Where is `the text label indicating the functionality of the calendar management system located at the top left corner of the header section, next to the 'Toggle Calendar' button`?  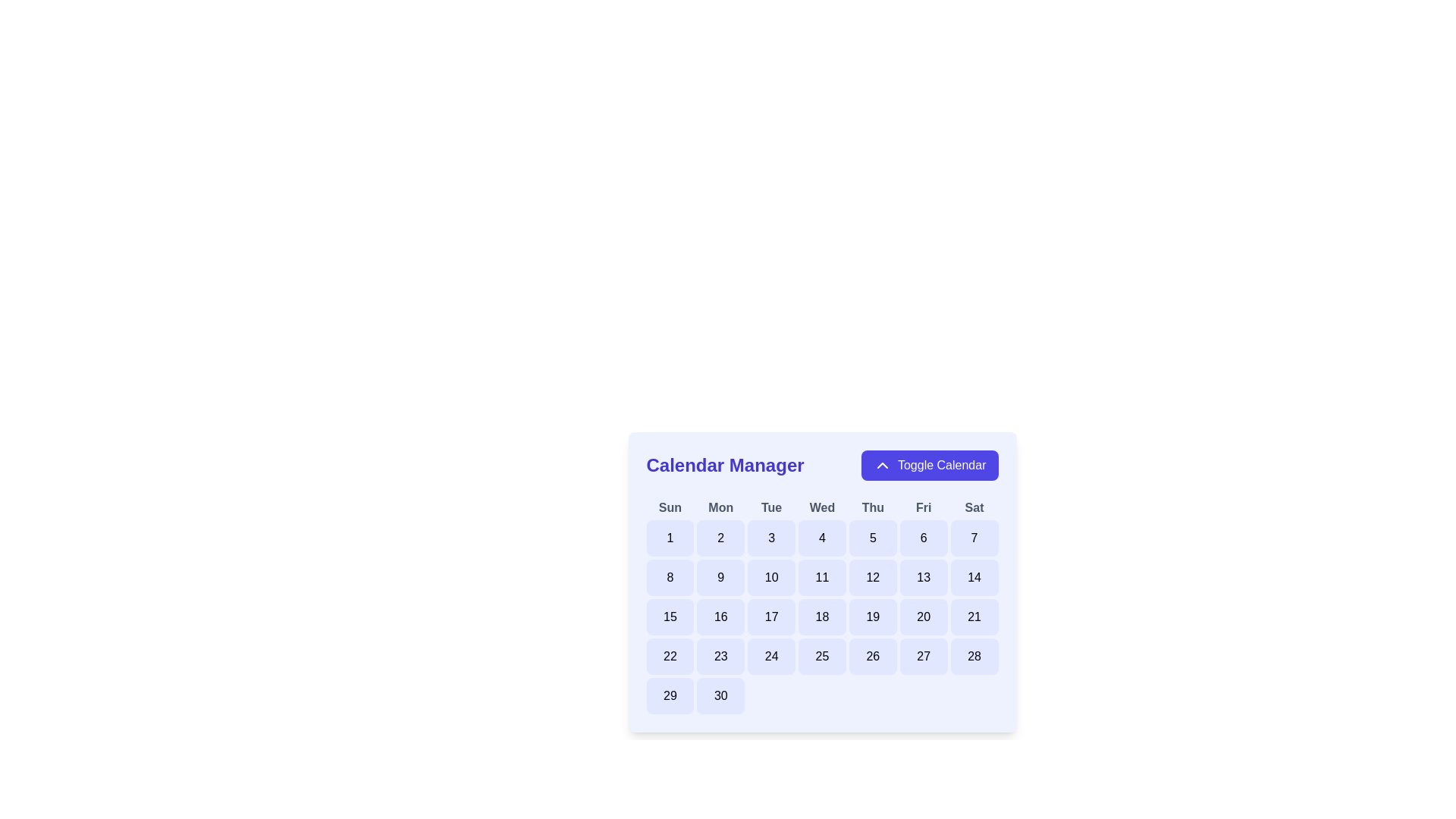 the text label indicating the functionality of the calendar management system located at the top left corner of the header section, next to the 'Toggle Calendar' button is located at coordinates (724, 464).